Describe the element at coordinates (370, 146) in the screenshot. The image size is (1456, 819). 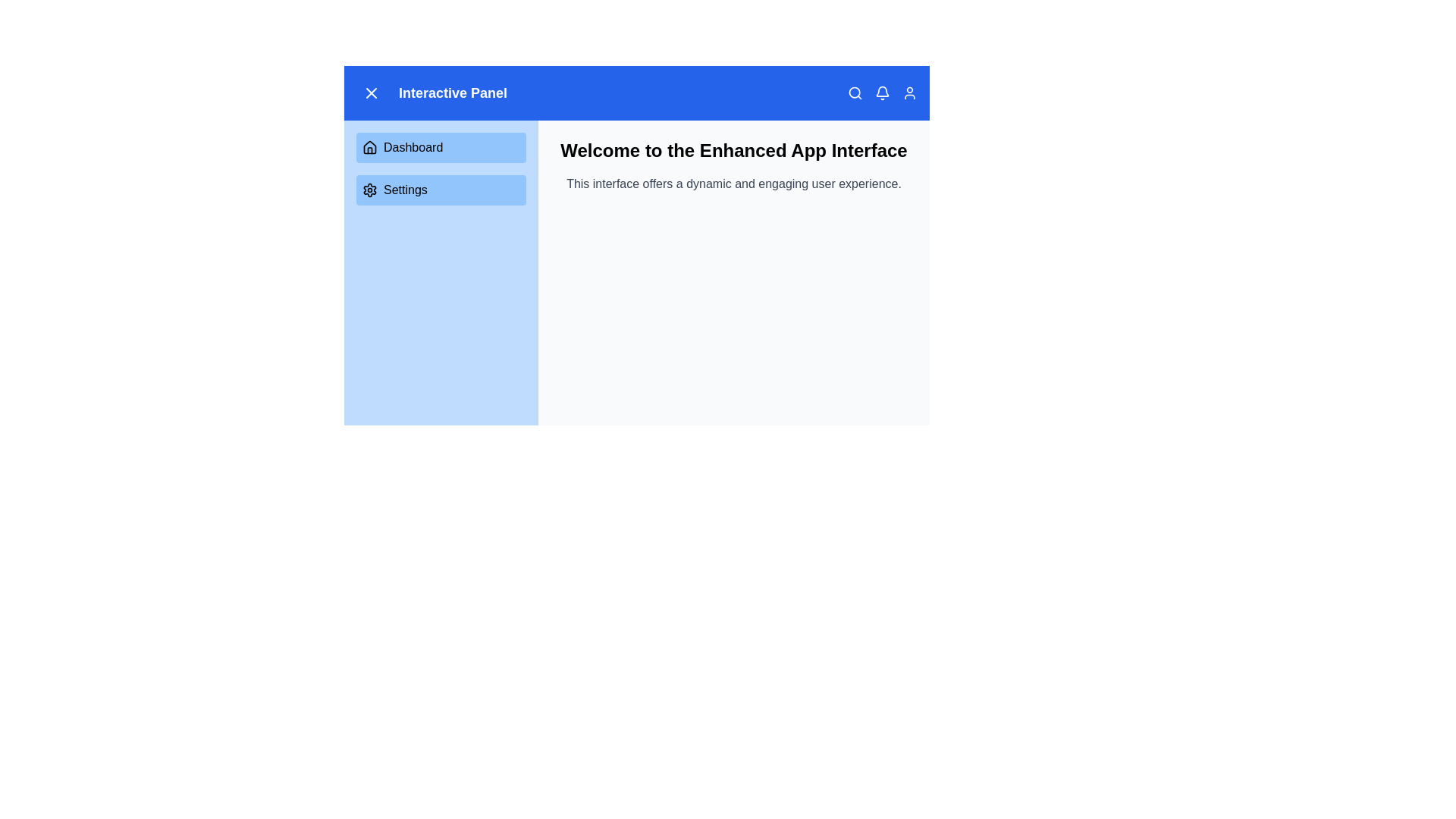
I see `the house icon representing the 'Dashboard' menu option, which is located in the sidebar panel as the first menu item above the settings gear icon` at that location.